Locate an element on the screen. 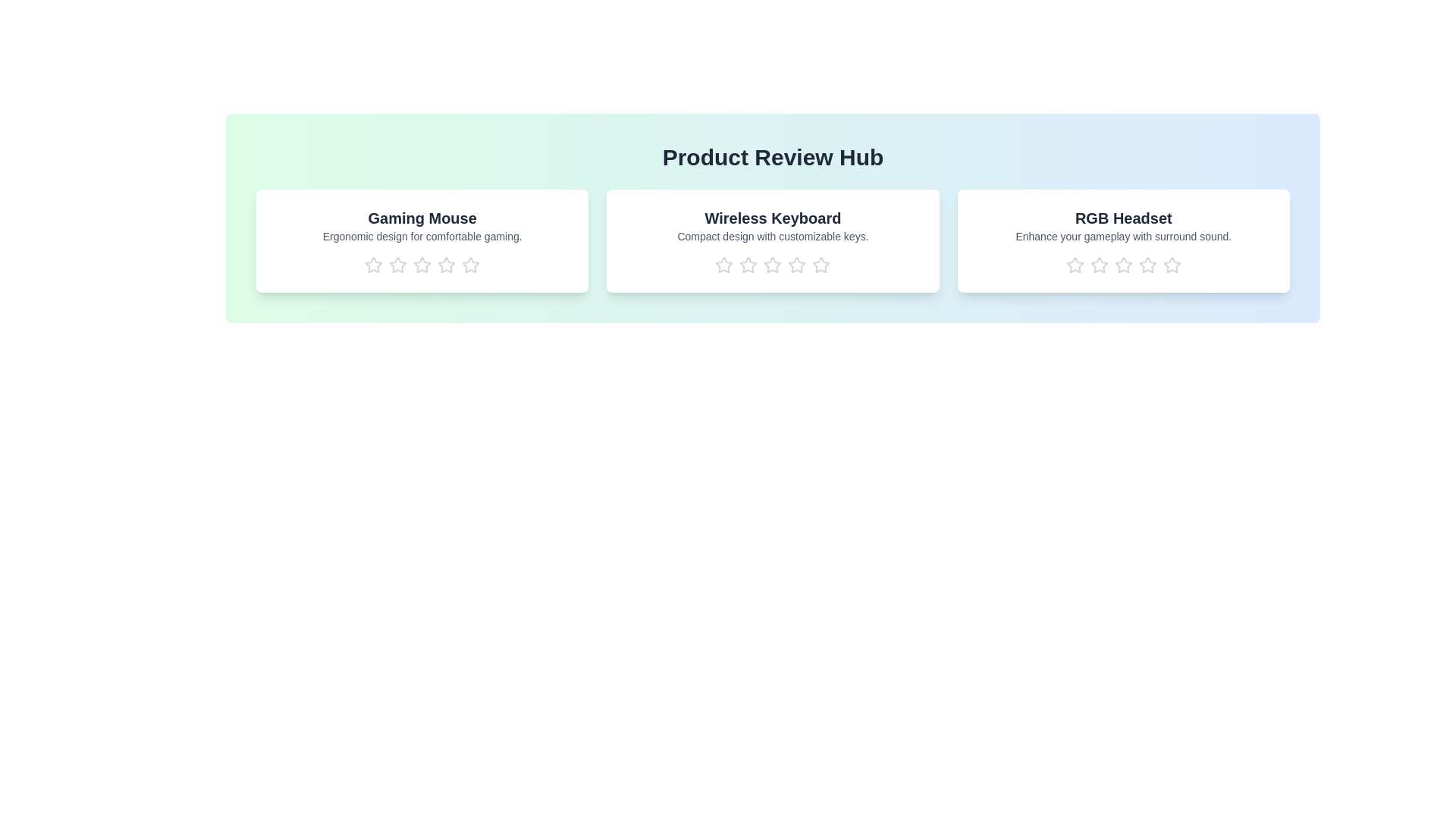 This screenshot has height=819, width=1456. the rating for a product to 1 stars is located at coordinates (374, 265).